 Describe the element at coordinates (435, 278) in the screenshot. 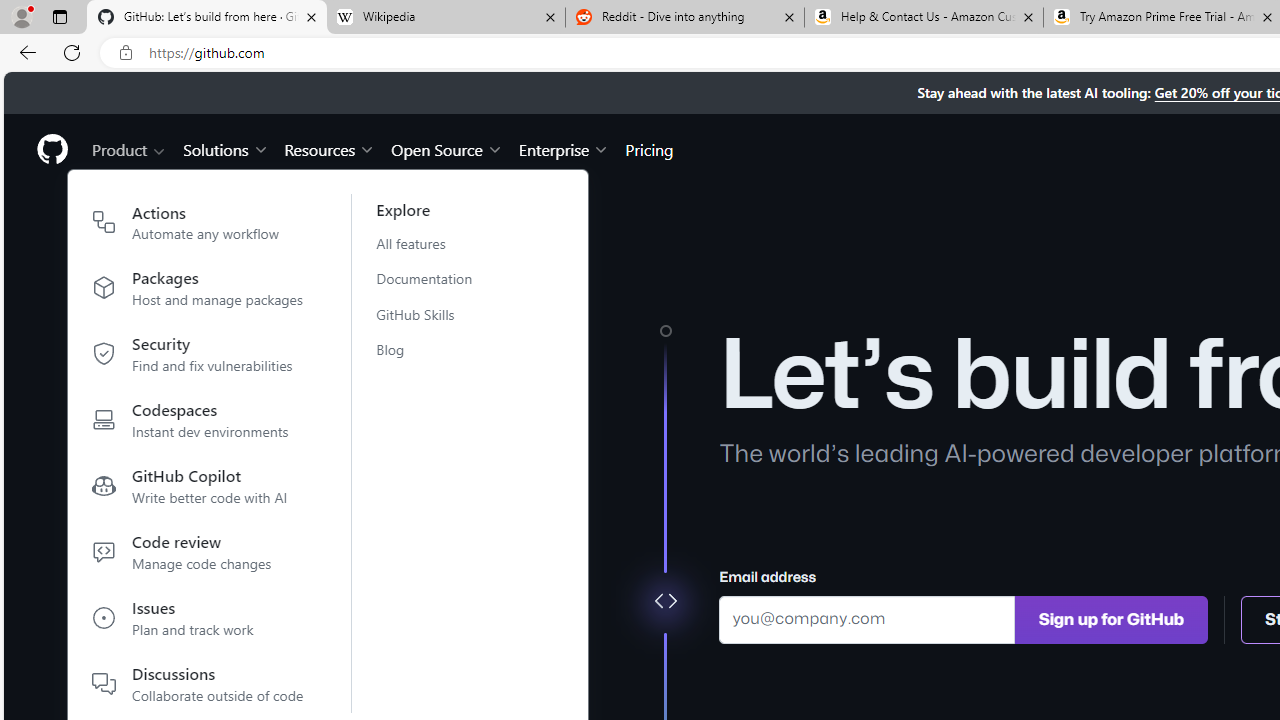

I see `'Documentation'` at that location.